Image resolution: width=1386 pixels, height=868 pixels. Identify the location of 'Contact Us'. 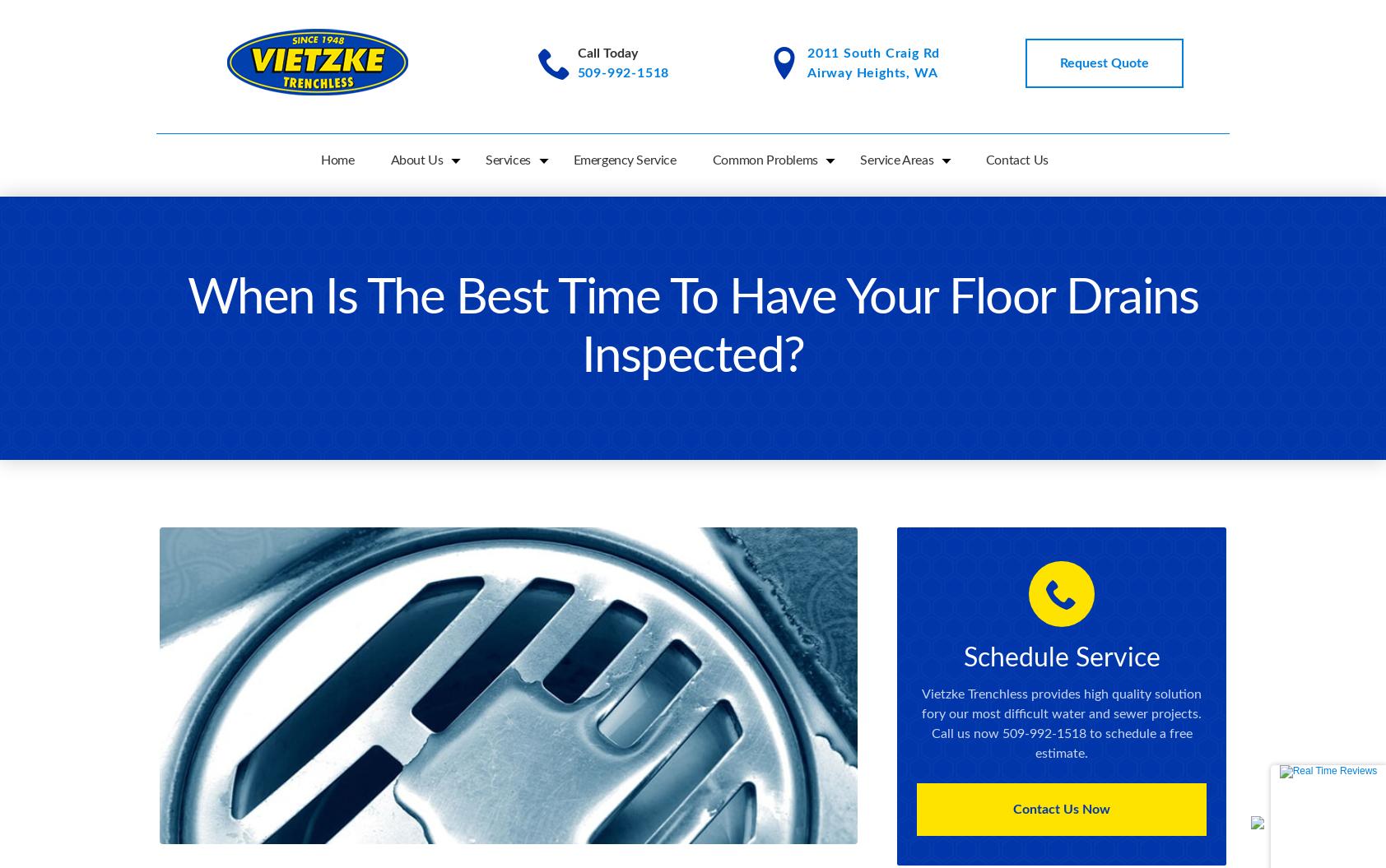
(1016, 159).